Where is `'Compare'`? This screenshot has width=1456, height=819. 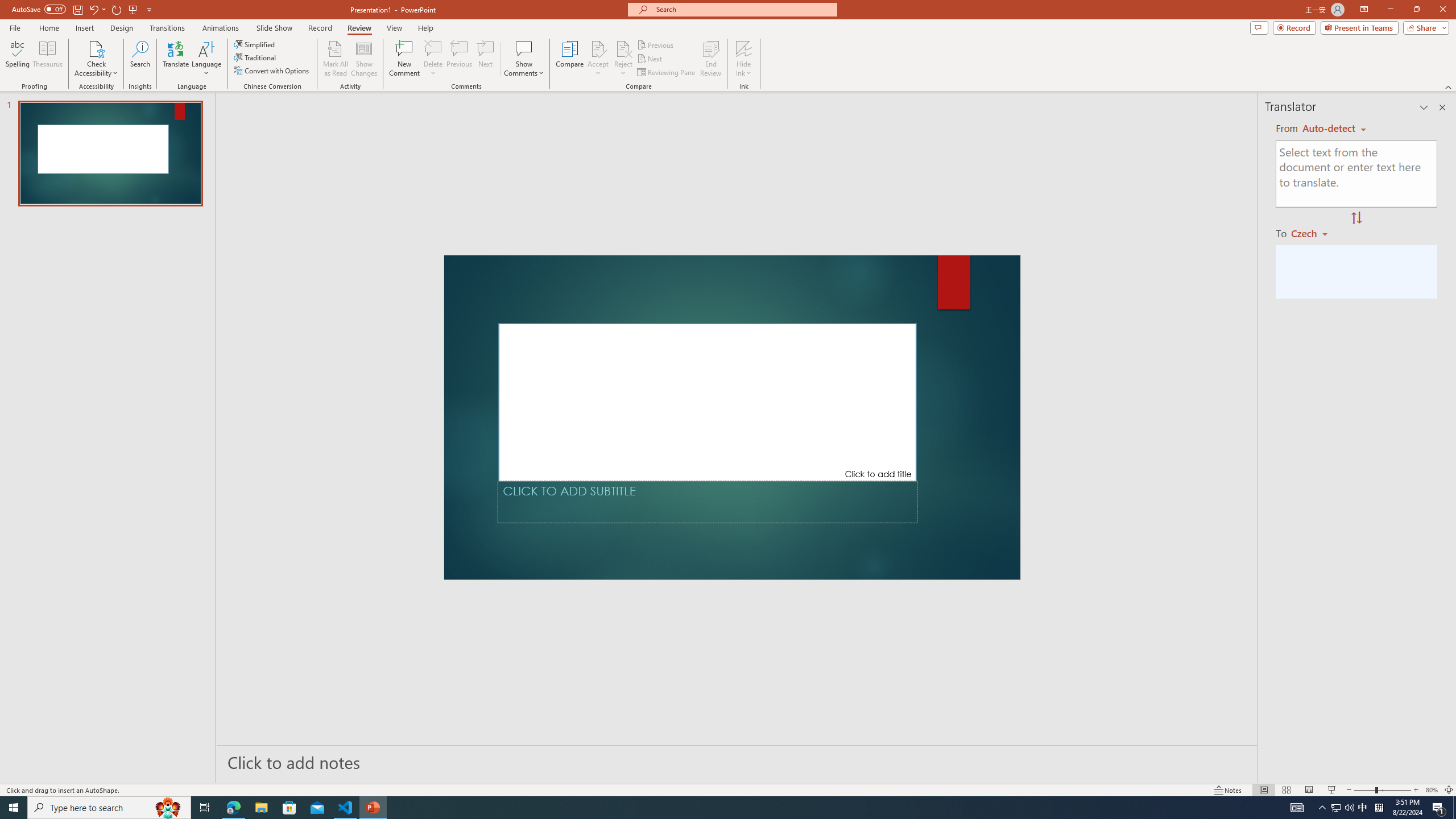 'Compare' is located at coordinates (570, 59).